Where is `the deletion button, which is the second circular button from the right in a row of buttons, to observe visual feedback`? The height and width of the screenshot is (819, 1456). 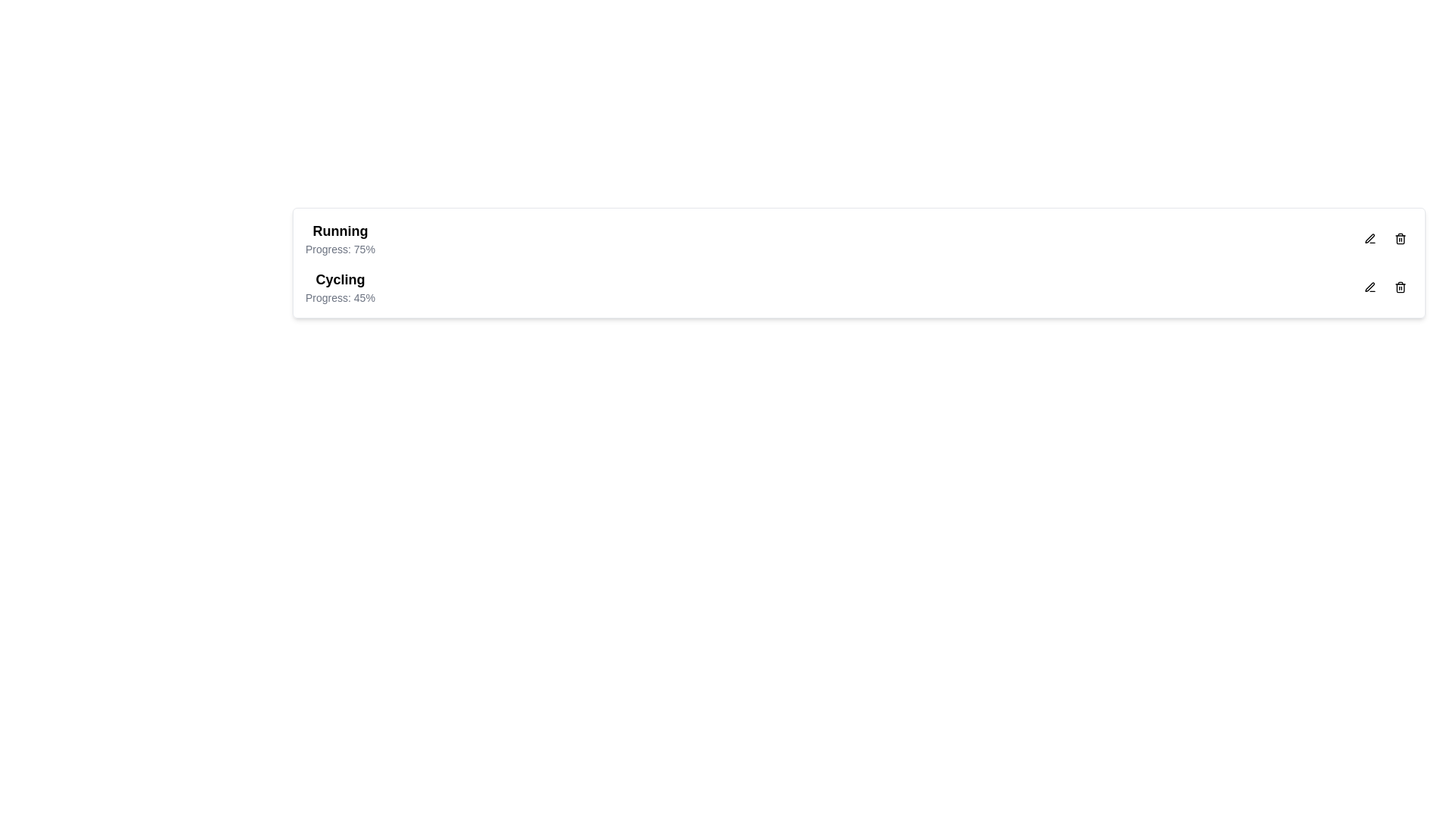
the deletion button, which is the second circular button from the right in a row of buttons, to observe visual feedback is located at coordinates (1400, 239).